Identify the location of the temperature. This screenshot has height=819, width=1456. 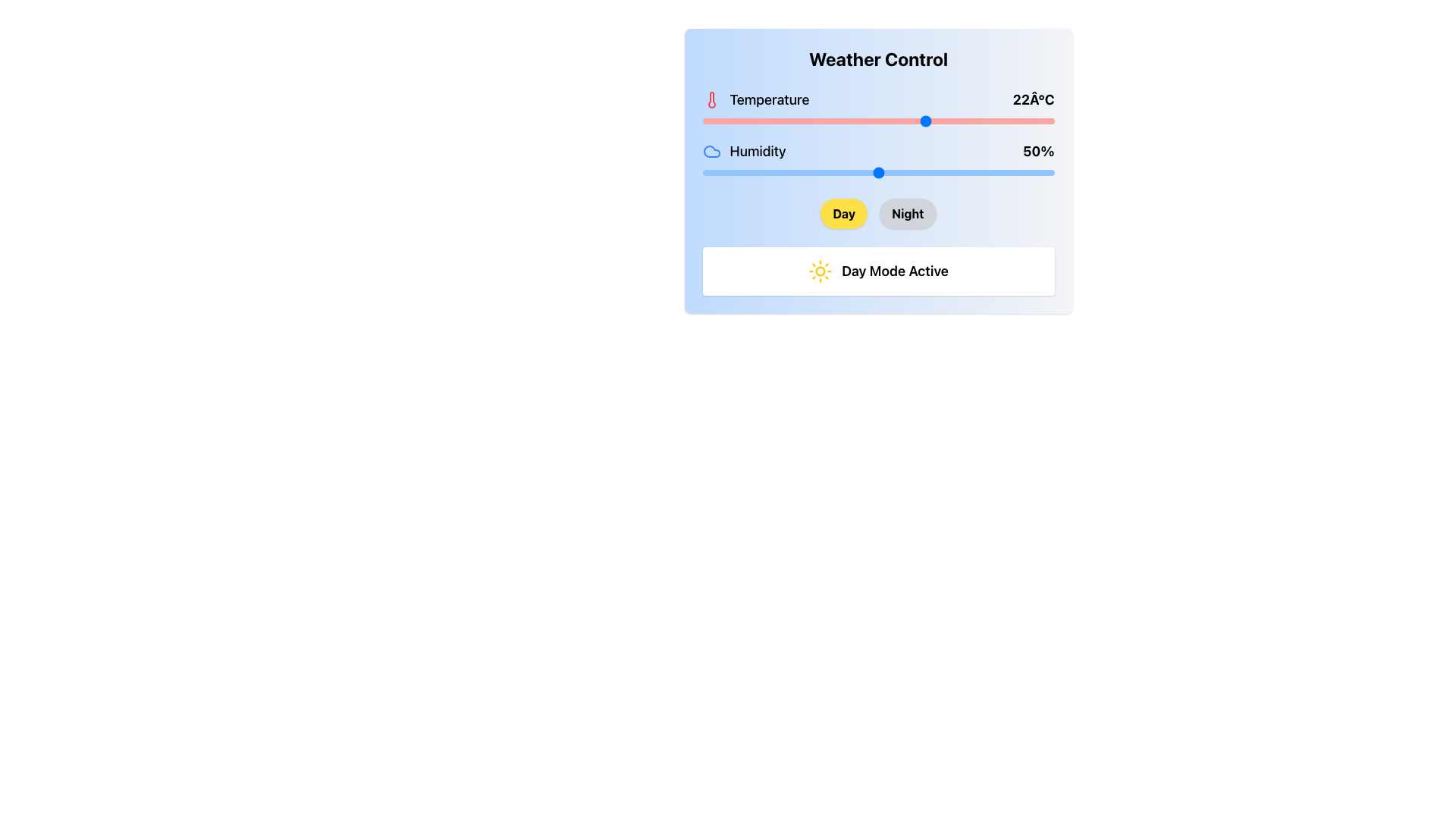
(793, 120).